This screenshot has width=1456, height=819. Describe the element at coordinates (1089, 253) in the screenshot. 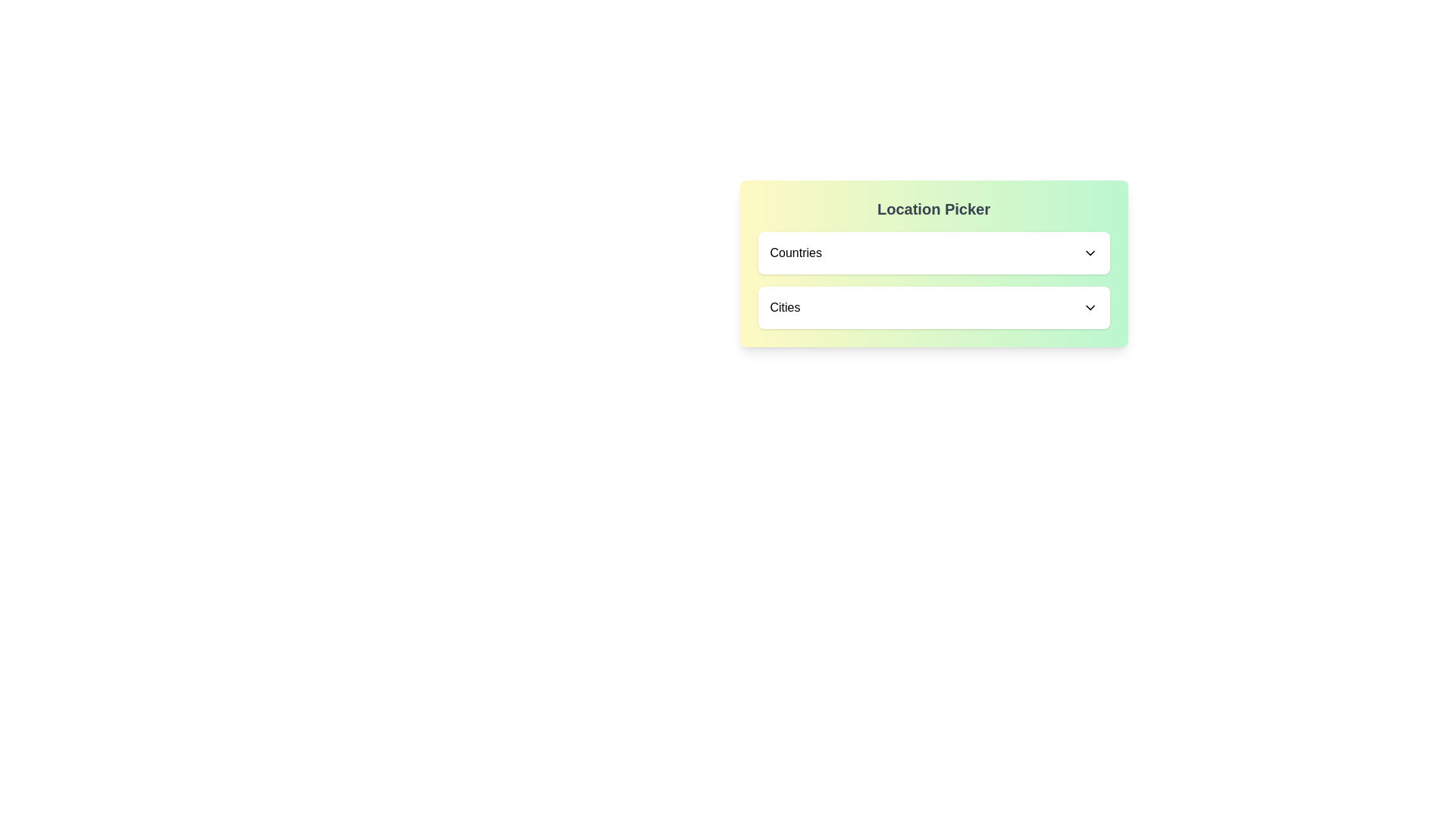

I see `the downward-facing chevron icon within the 'Countries' dropdown menu` at that location.